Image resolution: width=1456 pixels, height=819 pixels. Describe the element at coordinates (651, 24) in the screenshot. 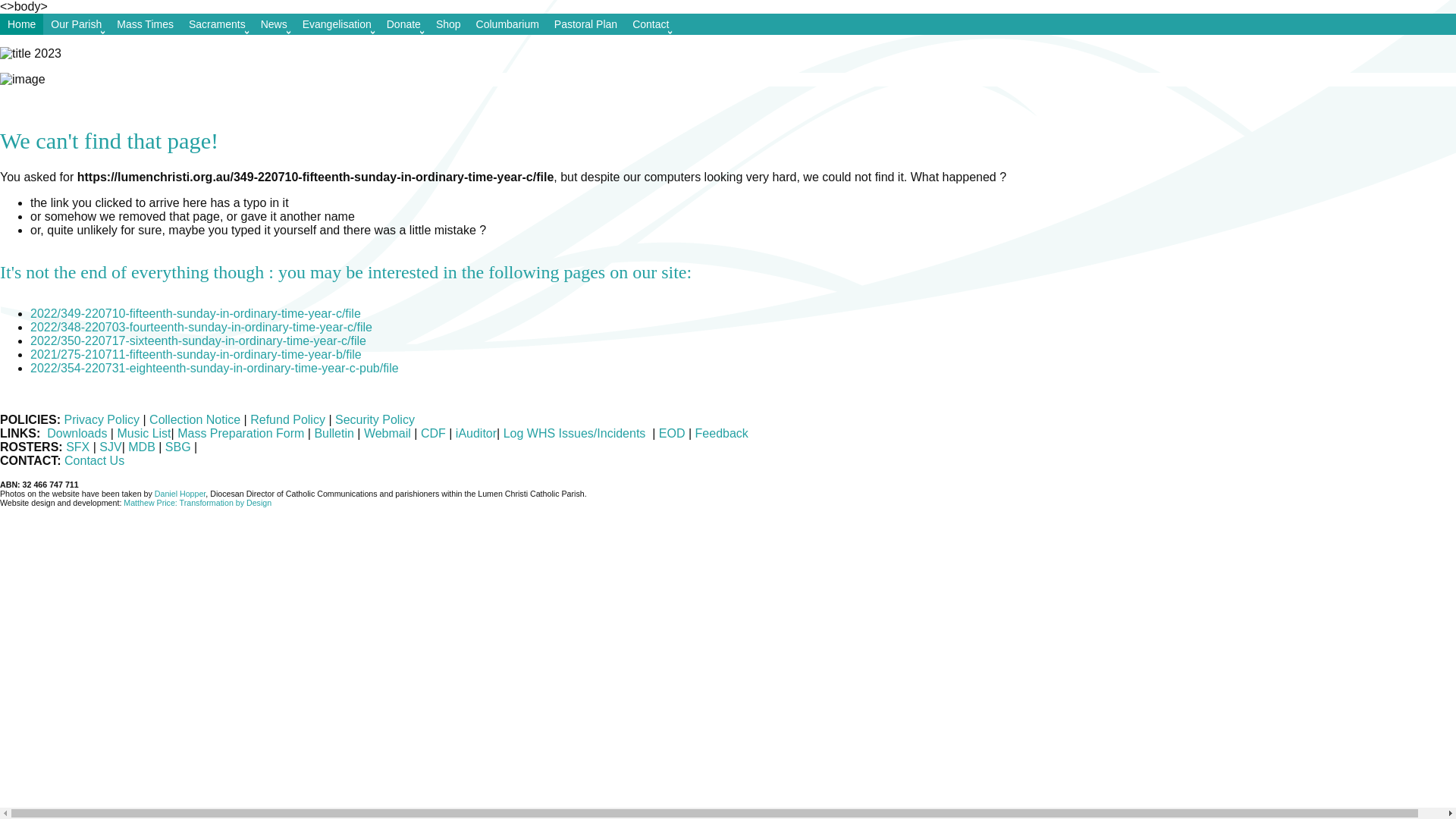

I see `'Contact` at that location.